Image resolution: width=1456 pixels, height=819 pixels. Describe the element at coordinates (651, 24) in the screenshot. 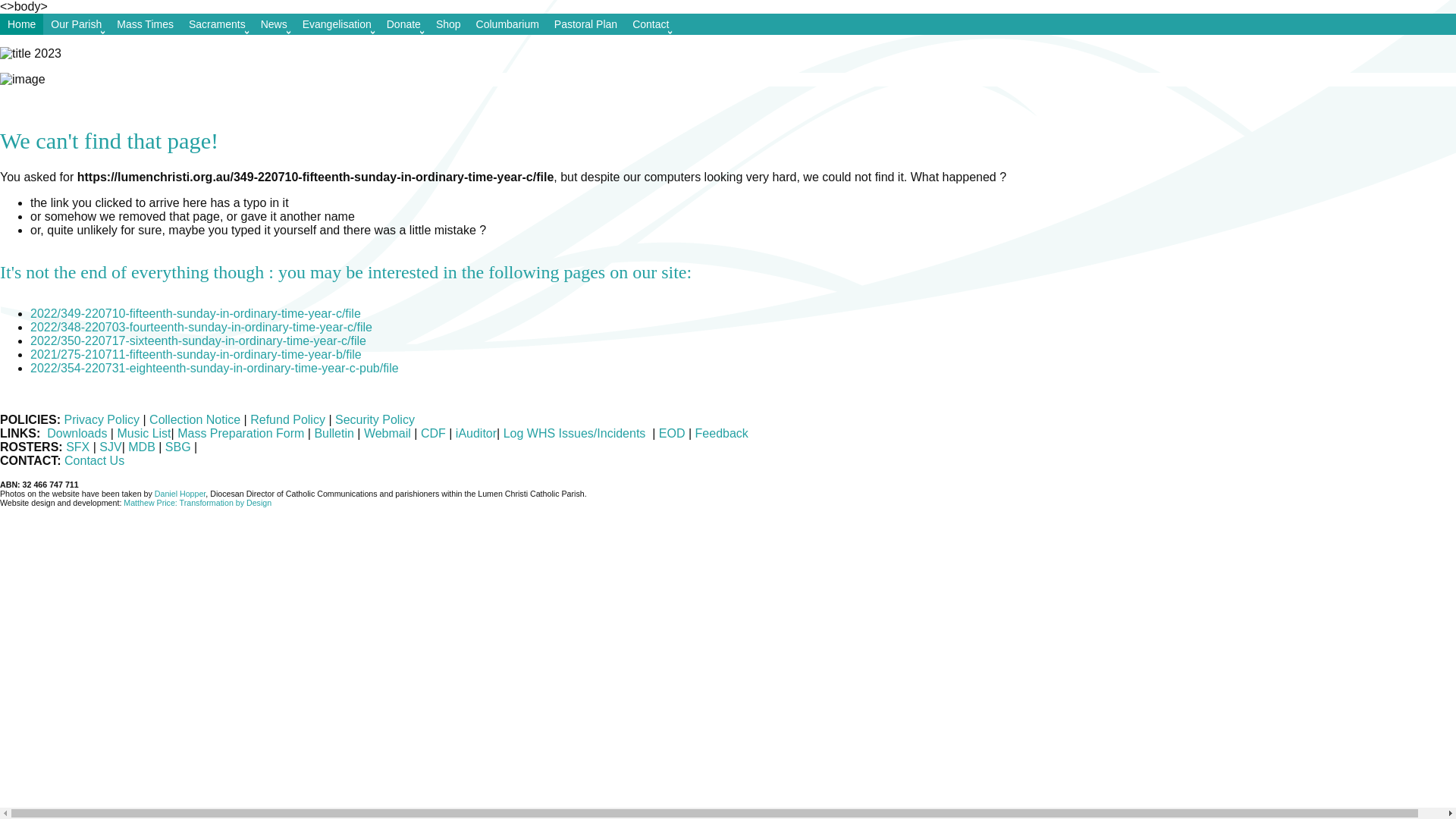

I see `'Contact` at that location.